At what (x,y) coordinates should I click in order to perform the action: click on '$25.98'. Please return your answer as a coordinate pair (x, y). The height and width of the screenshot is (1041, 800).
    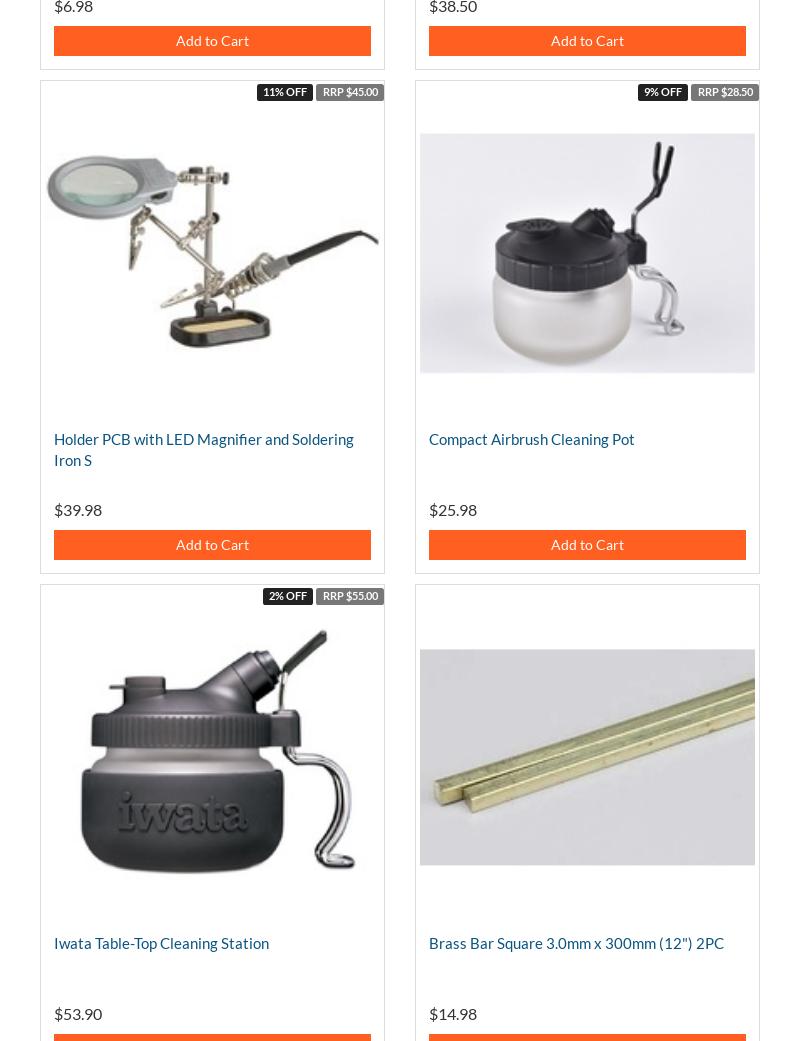
    Looking at the image, I should click on (451, 507).